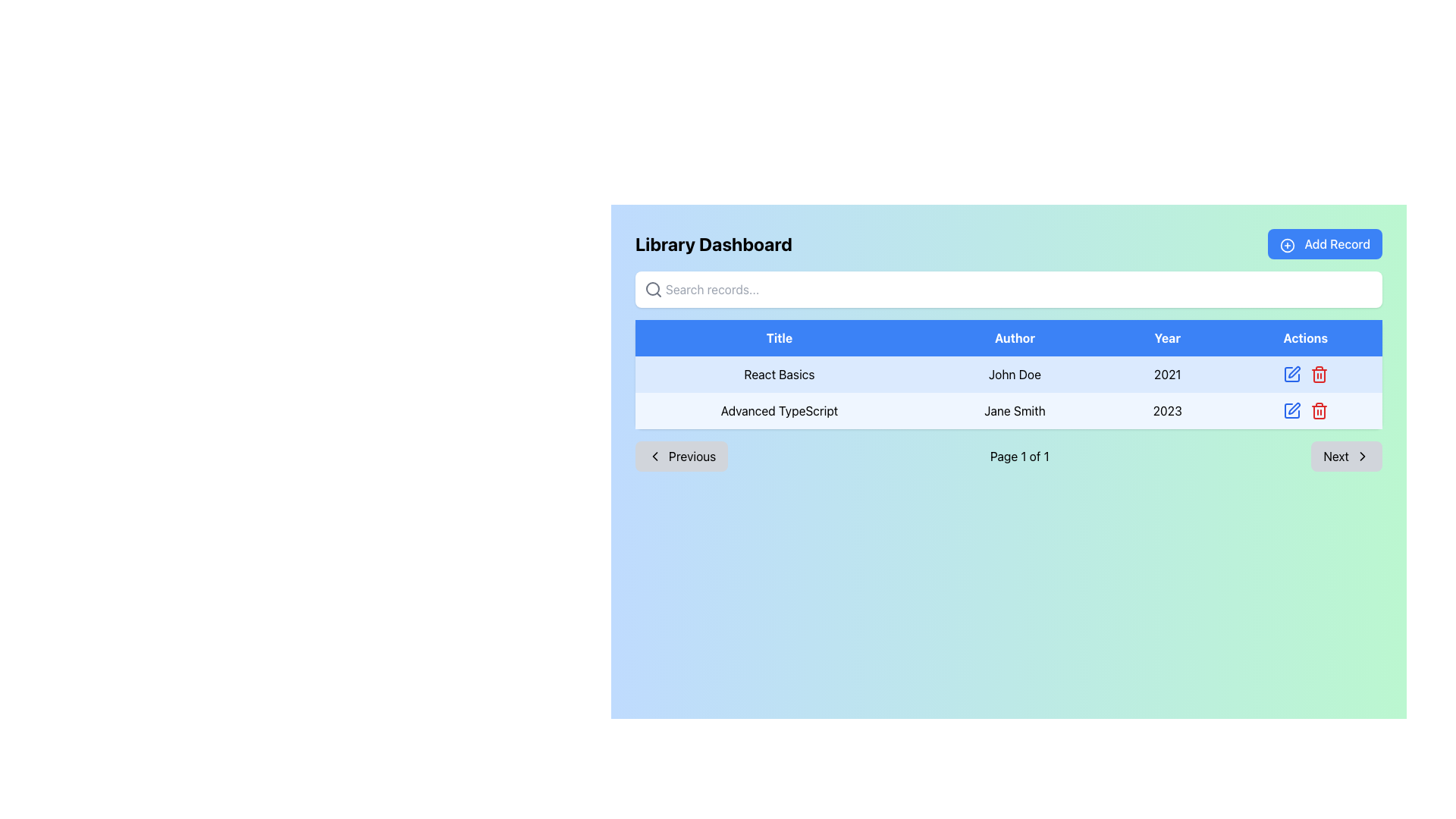  What do you see at coordinates (1347, 455) in the screenshot?
I see `the 'Next' button located on the right side of the pagination control bar` at bounding box center [1347, 455].